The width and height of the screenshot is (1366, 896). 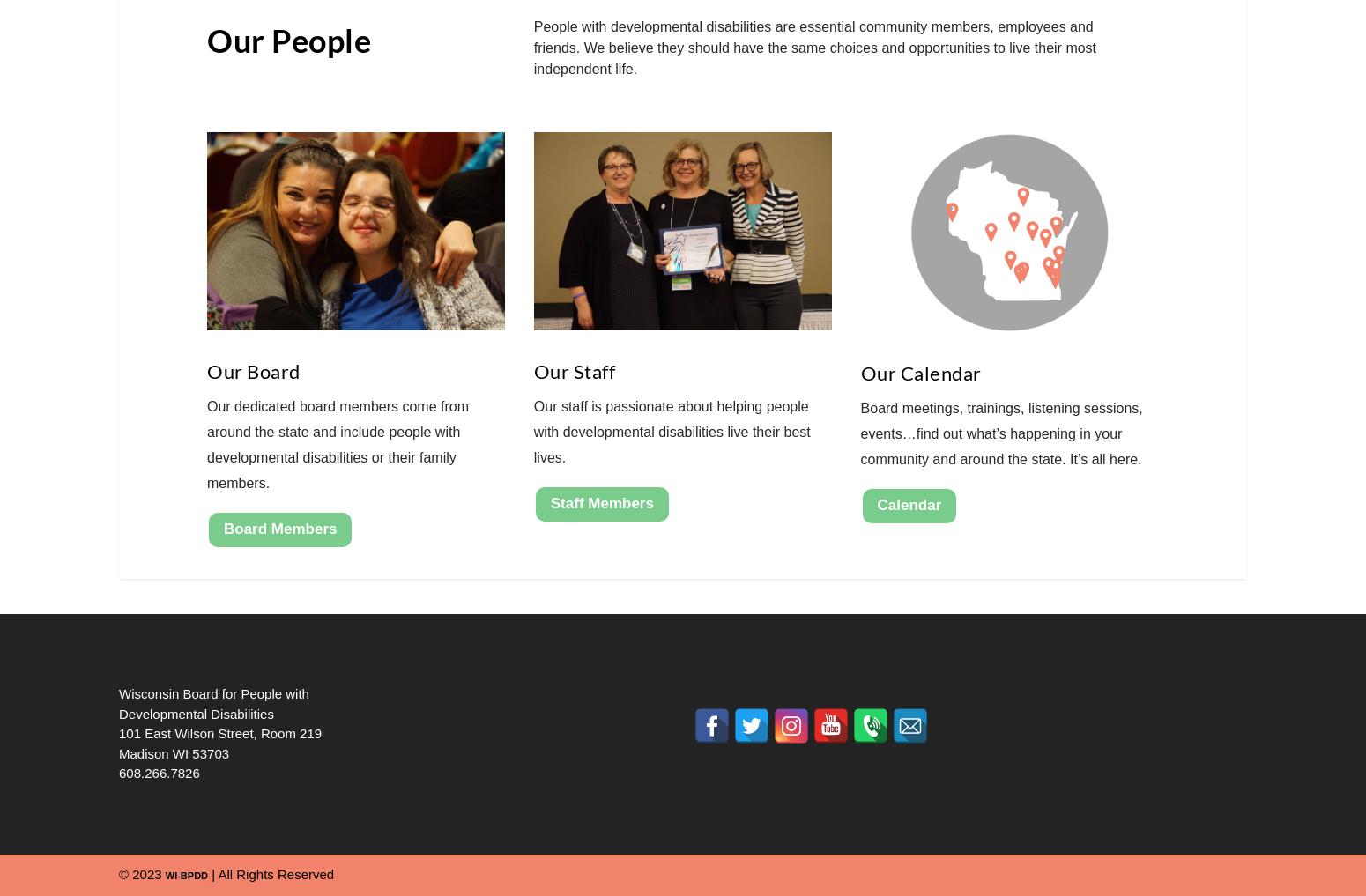 What do you see at coordinates (141, 874) in the screenshot?
I see `'© 2023'` at bounding box center [141, 874].